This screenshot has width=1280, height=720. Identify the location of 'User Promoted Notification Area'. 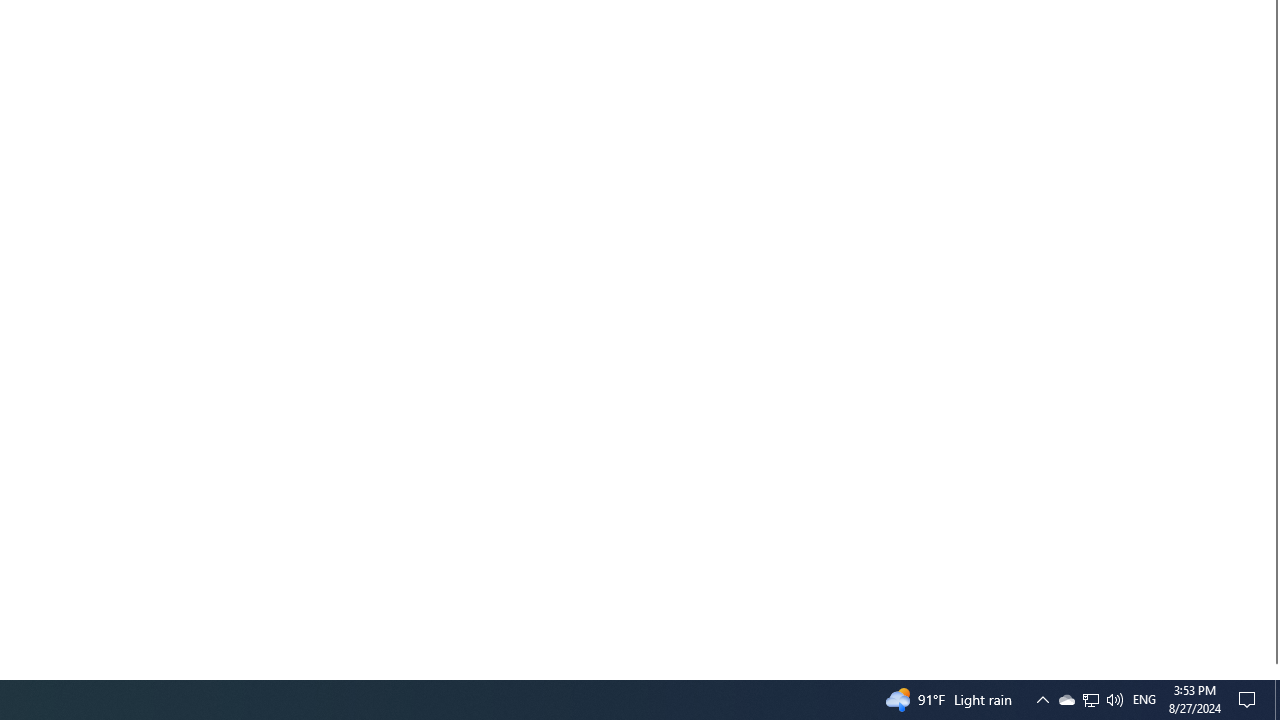
(1089, 698).